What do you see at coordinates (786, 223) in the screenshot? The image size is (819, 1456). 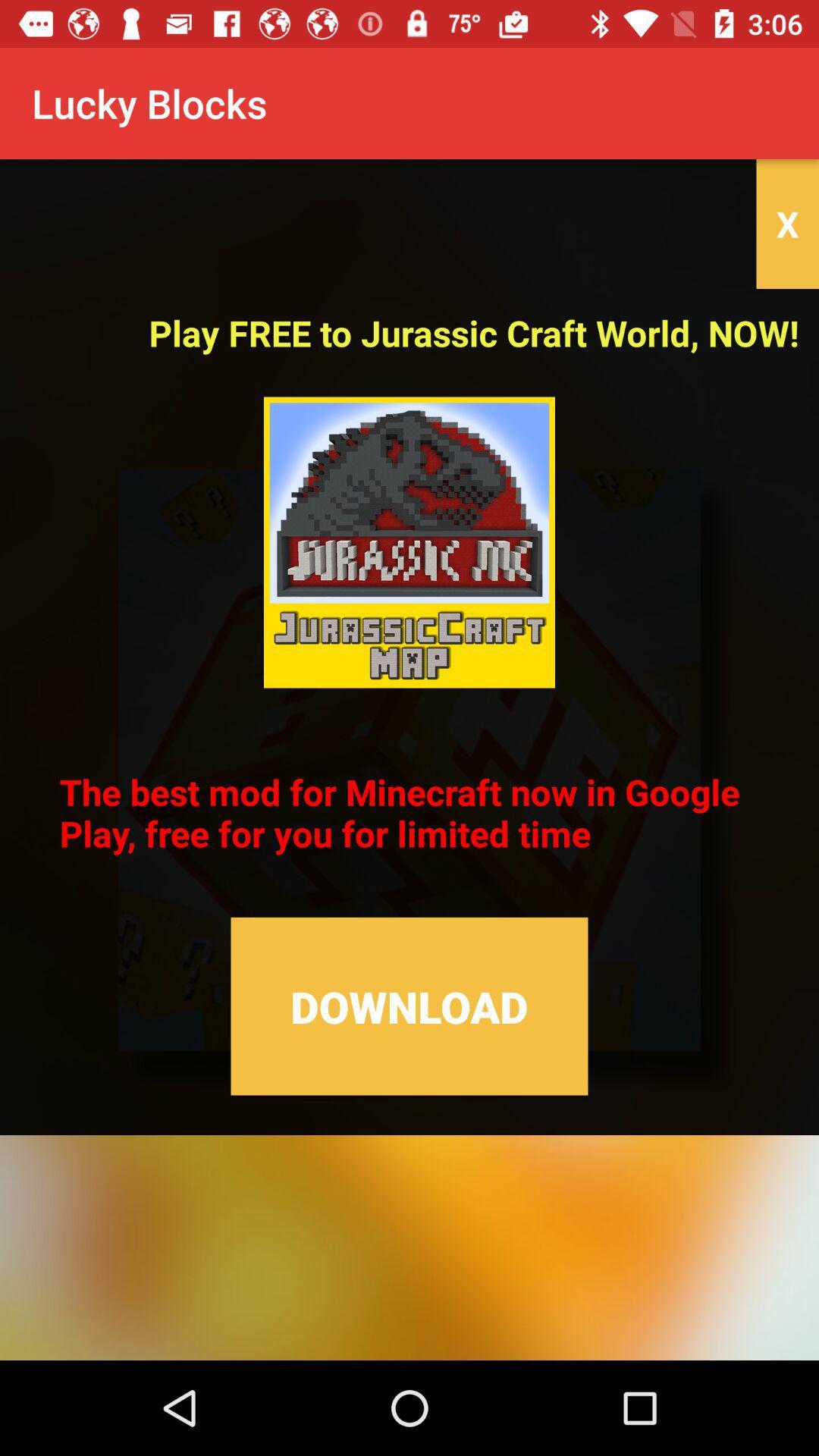 I see `icon above the play free to item` at bounding box center [786, 223].